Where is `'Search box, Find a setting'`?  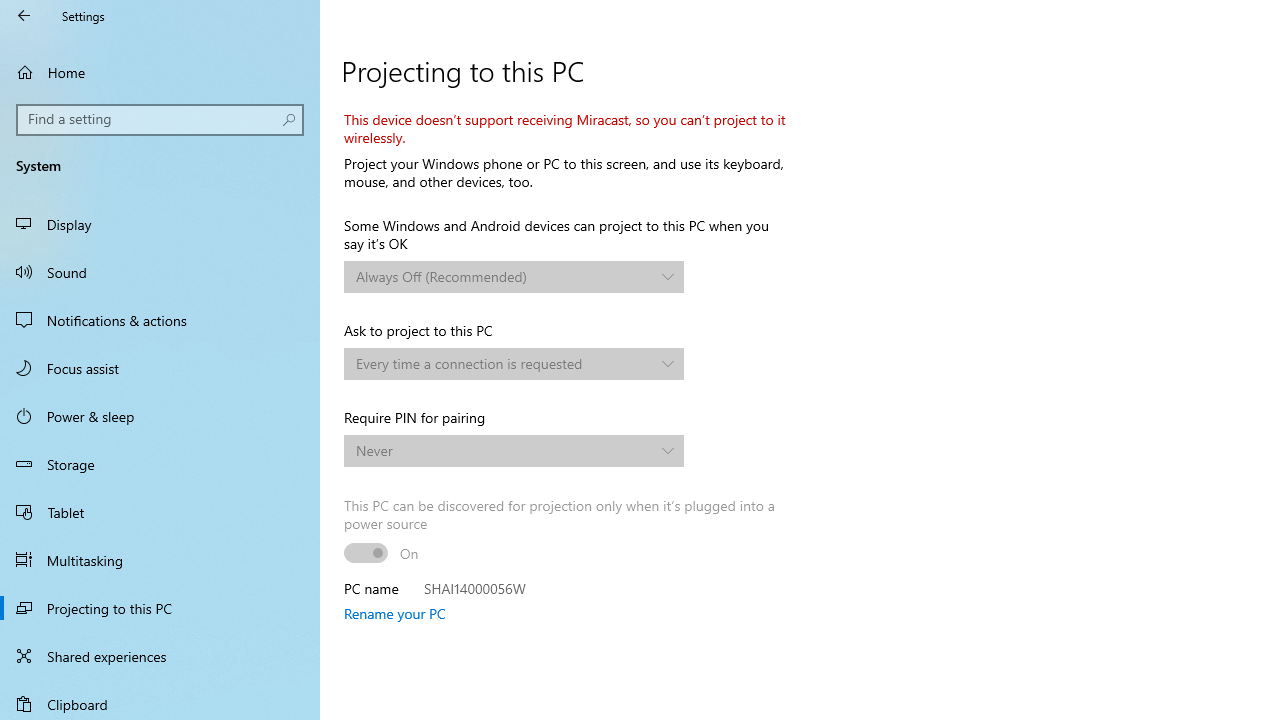
'Search box, Find a setting' is located at coordinates (160, 119).